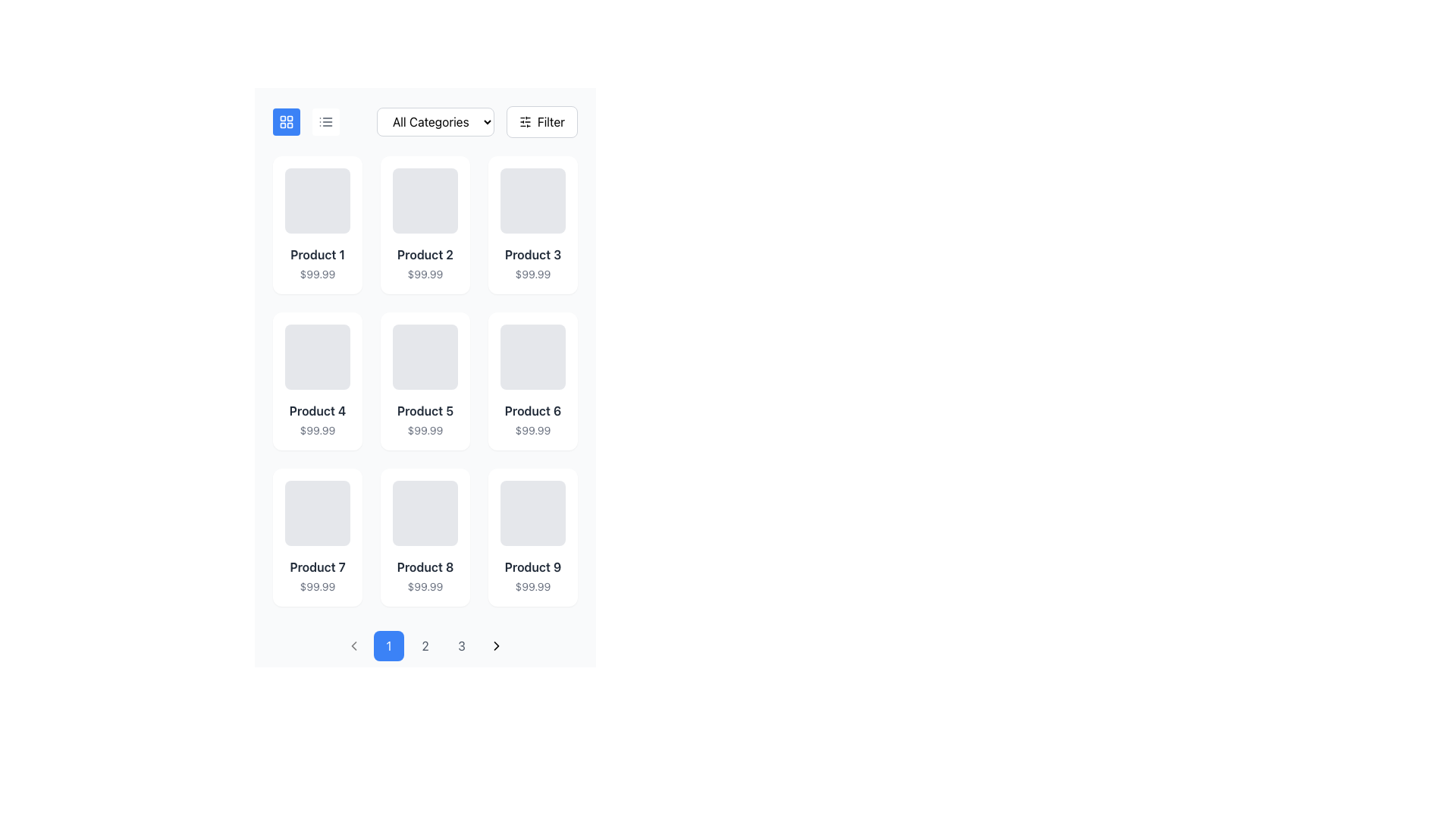 The width and height of the screenshot is (1456, 819). I want to click on the Item card which serves as a visual representation of a product displaying its name and price information, located as the third item in the first row of a grid layout, so click(532, 225).